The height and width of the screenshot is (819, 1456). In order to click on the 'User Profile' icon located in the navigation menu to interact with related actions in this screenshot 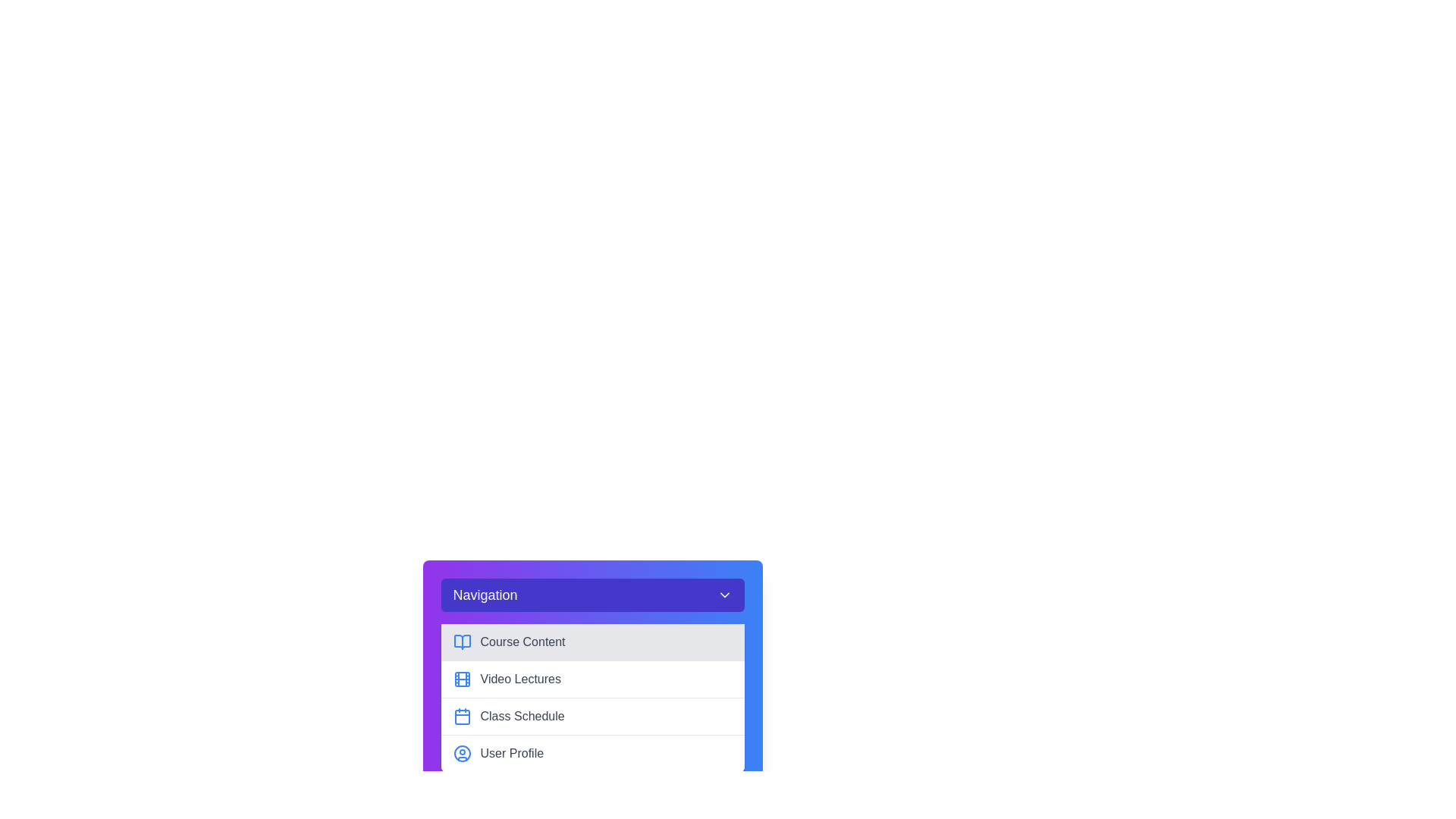, I will do `click(461, 754)`.